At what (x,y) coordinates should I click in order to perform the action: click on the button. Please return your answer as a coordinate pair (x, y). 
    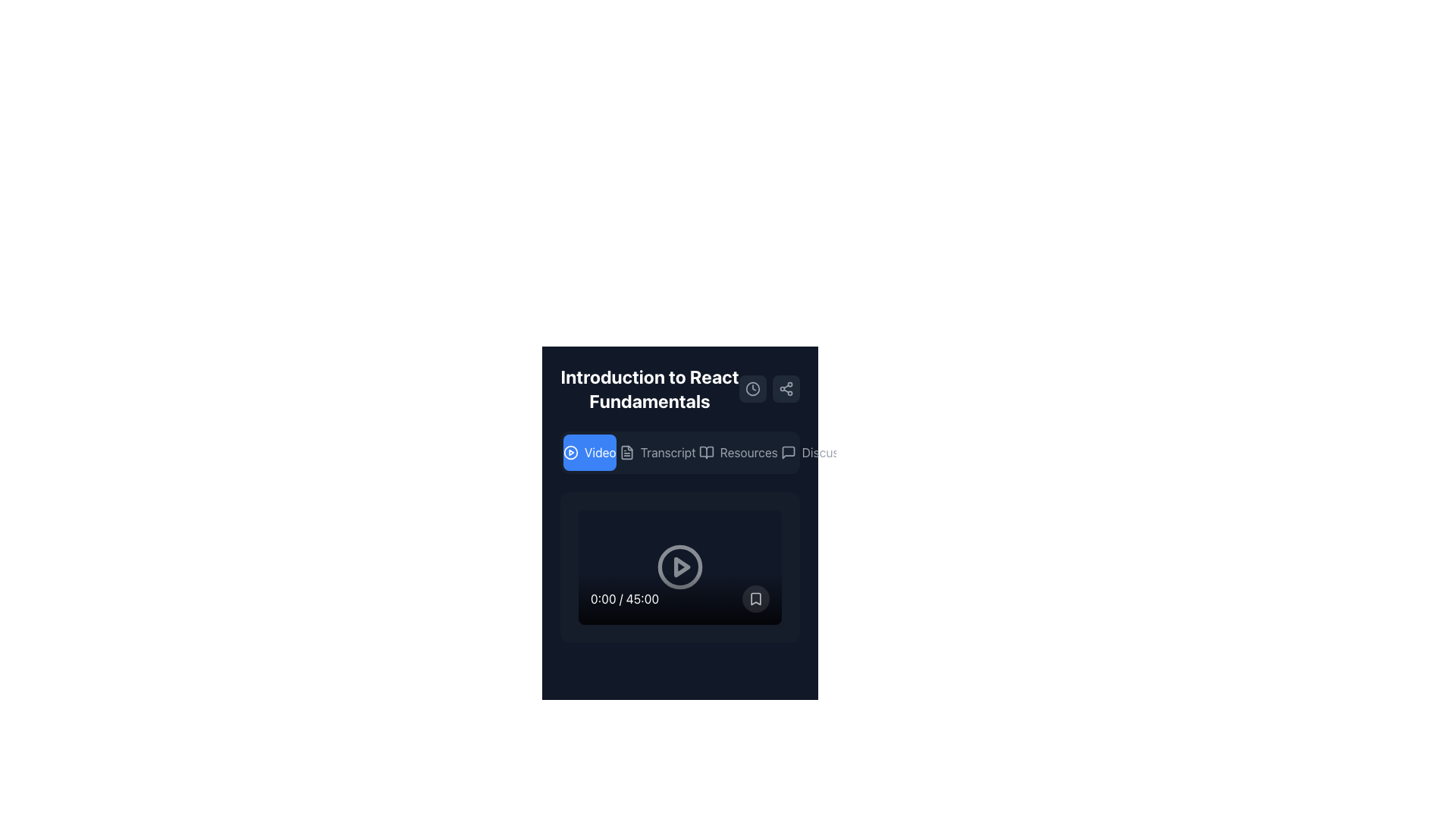
    Looking at the image, I should click on (738, 452).